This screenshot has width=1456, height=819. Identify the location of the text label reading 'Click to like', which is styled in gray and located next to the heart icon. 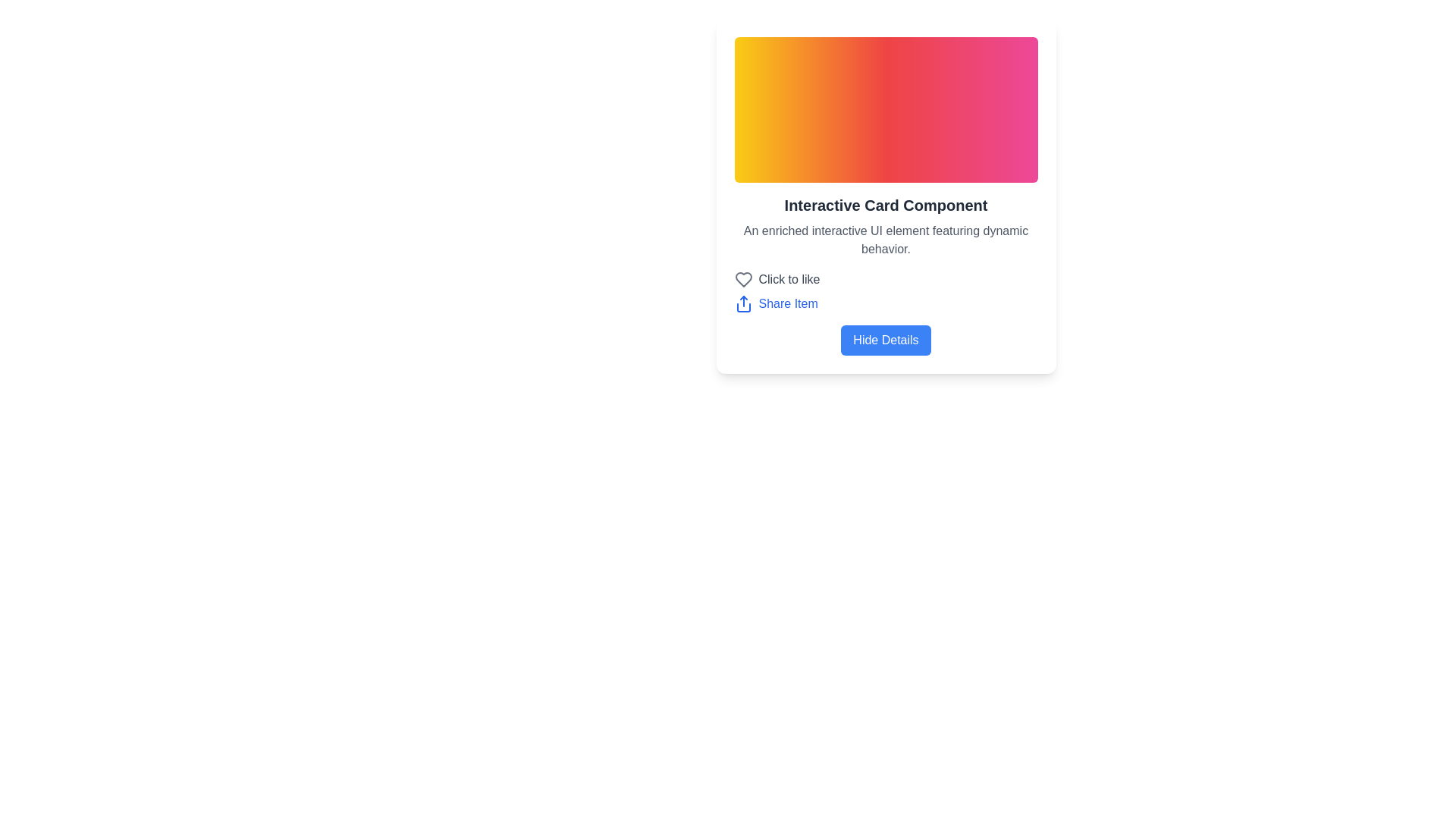
(789, 280).